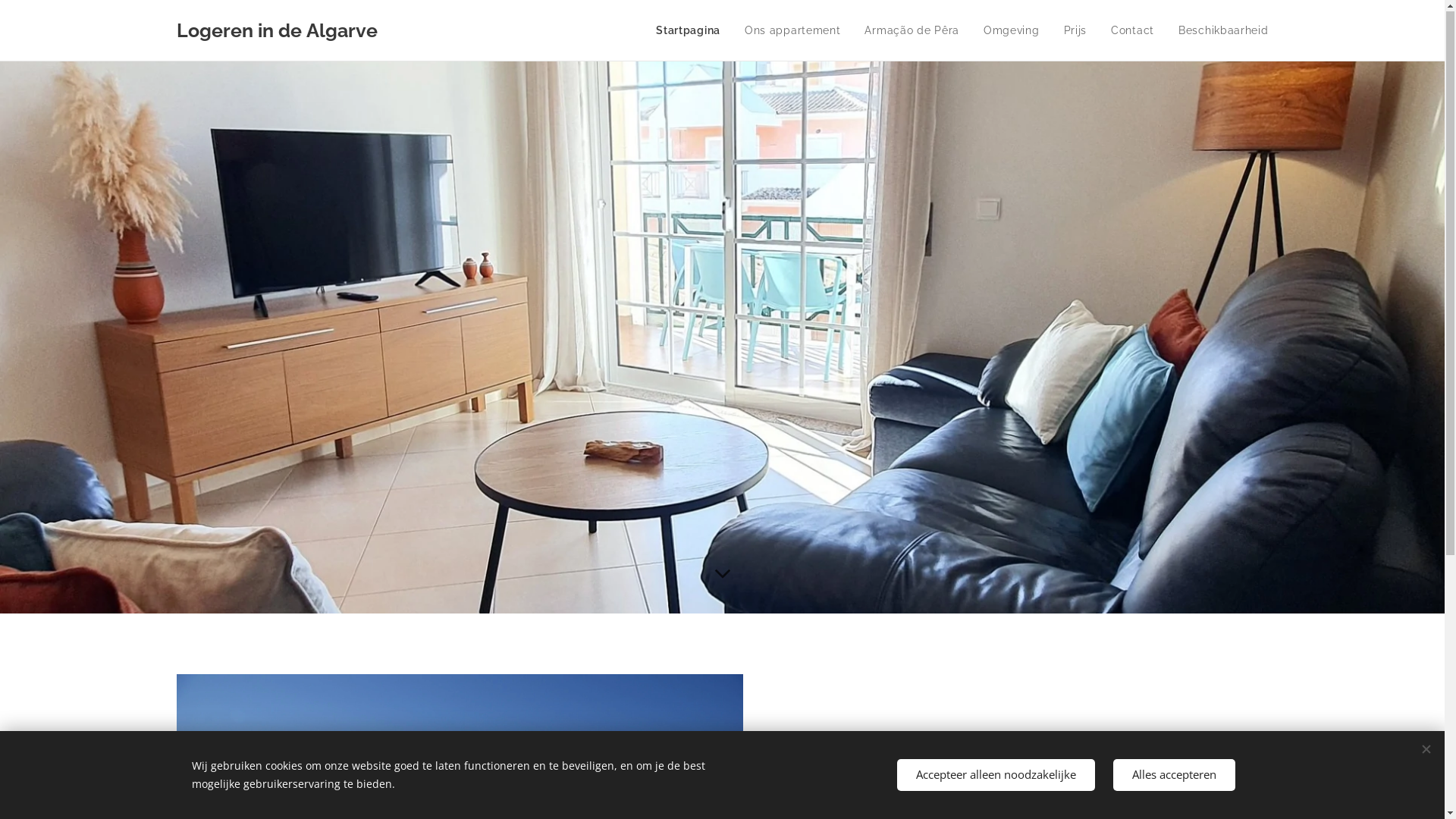 The height and width of the screenshot is (819, 1456). Describe the element at coordinates (1165, 31) in the screenshot. I see `'Beschikbaarheid'` at that location.